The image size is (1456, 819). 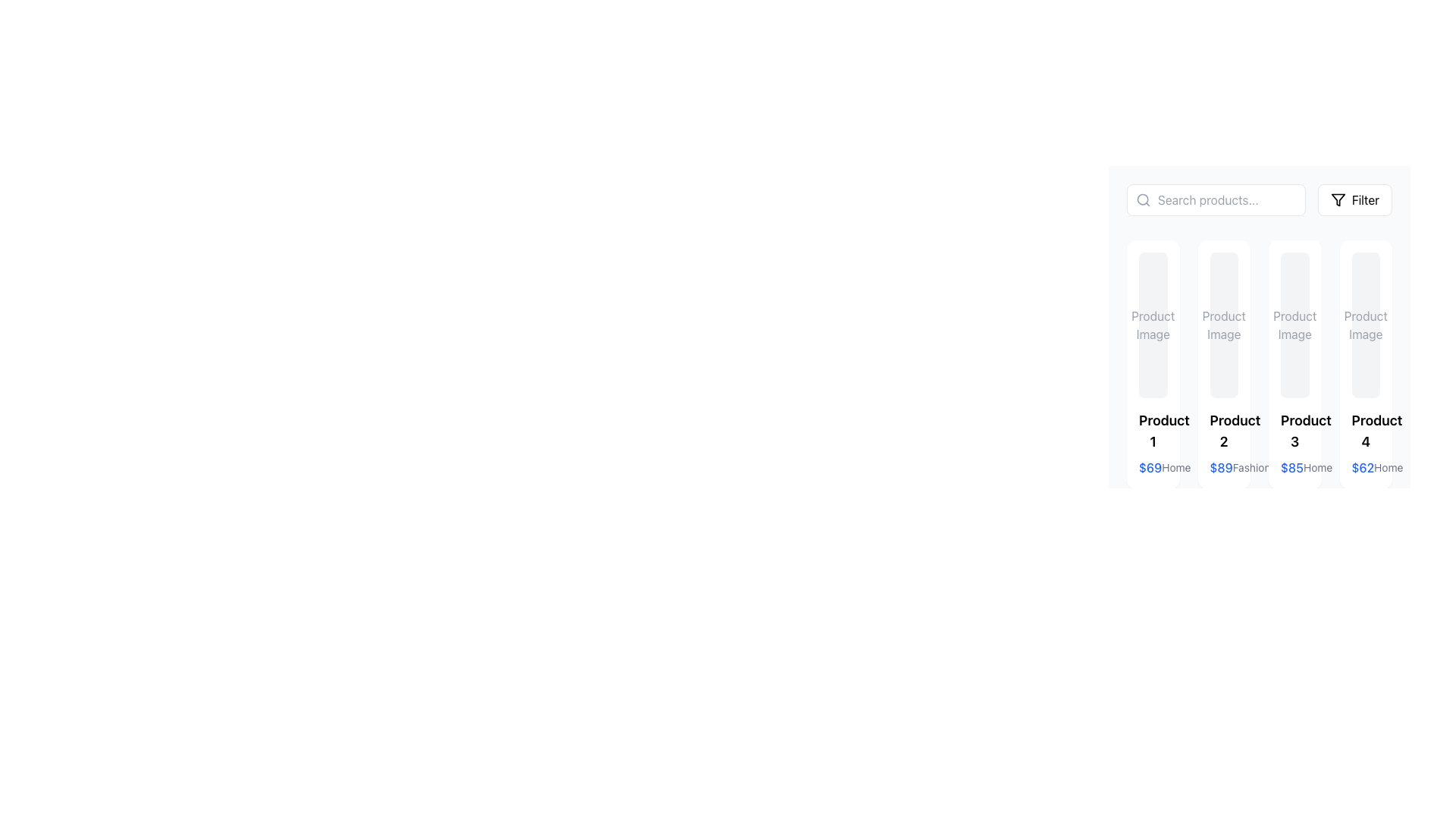 What do you see at coordinates (1366, 431) in the screenshot?
I see `the Text Label element that reads 'Product 4', which is bold and positioned below the image placeholder in the product card` at bounding box center [1366, 431].